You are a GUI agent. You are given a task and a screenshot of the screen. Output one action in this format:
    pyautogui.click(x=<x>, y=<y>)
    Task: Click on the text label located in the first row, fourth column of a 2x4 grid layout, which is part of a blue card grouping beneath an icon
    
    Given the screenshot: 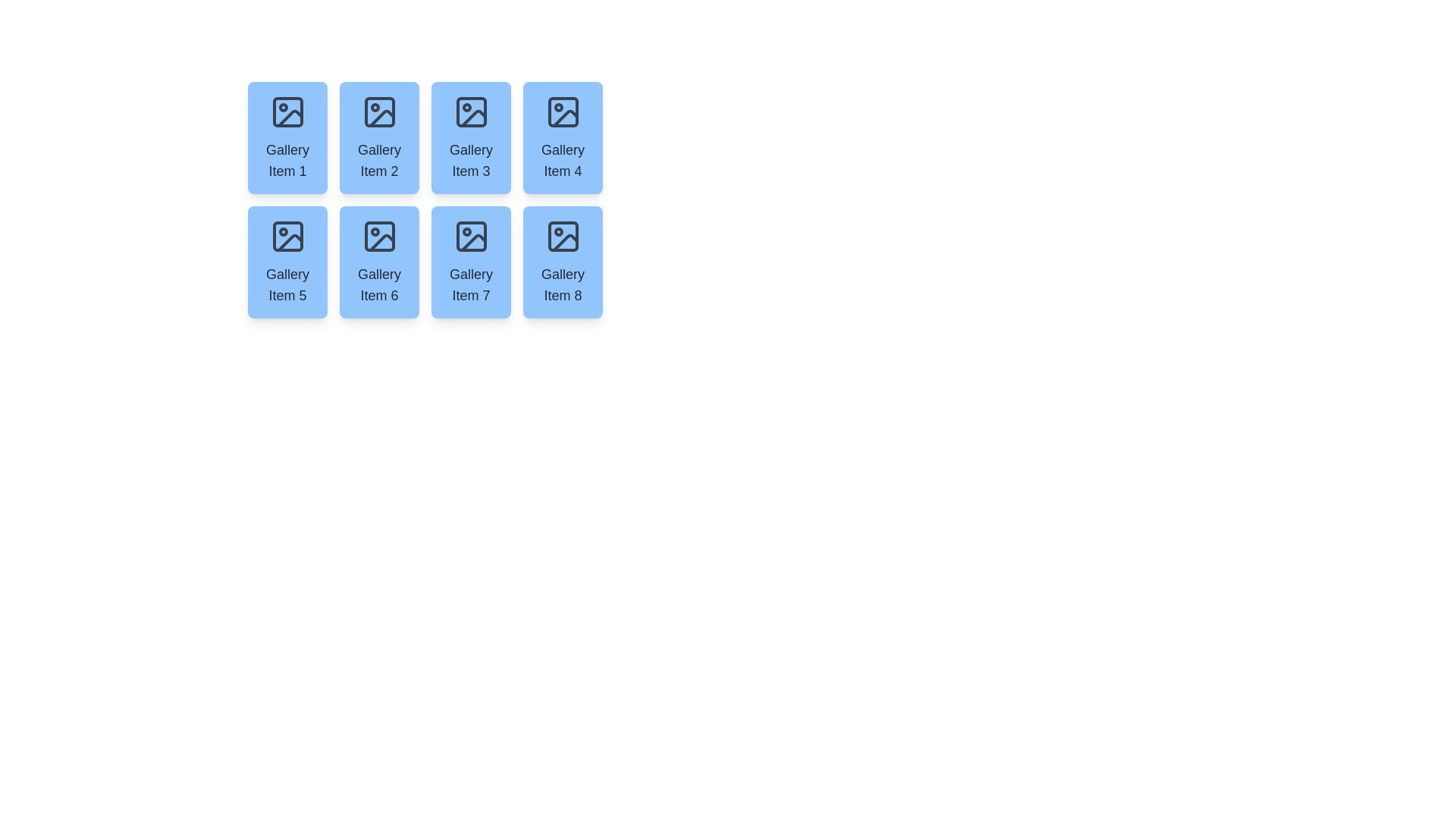 What is the action you would take?
    pyautogui.click(x=562, y=161)
    